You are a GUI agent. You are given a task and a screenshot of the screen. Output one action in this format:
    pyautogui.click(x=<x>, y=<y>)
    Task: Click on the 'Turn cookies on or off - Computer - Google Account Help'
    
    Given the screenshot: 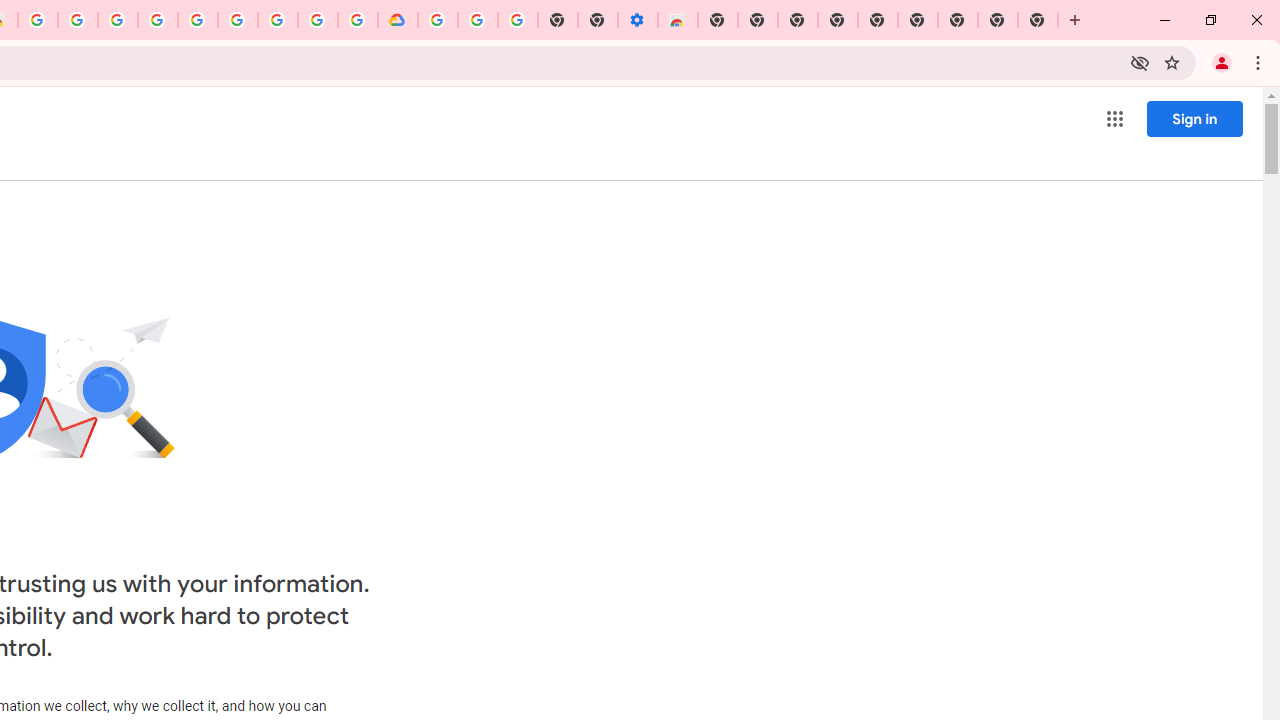 What is the action you would take?
    pyautogui.click(x=517, y=20)
    